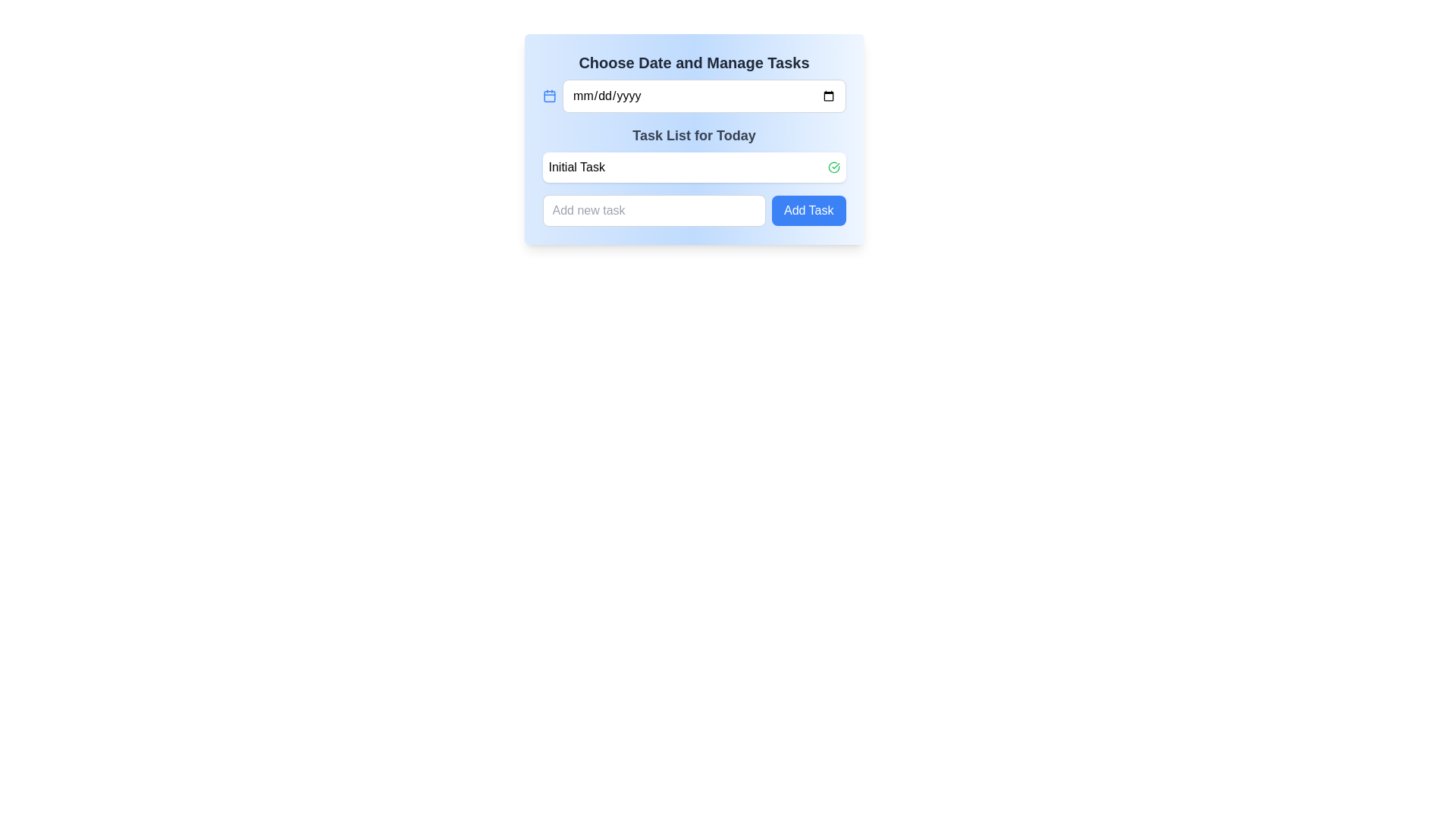  I want to click on the button located to the immediate right of the task input field, so click(808, 210).